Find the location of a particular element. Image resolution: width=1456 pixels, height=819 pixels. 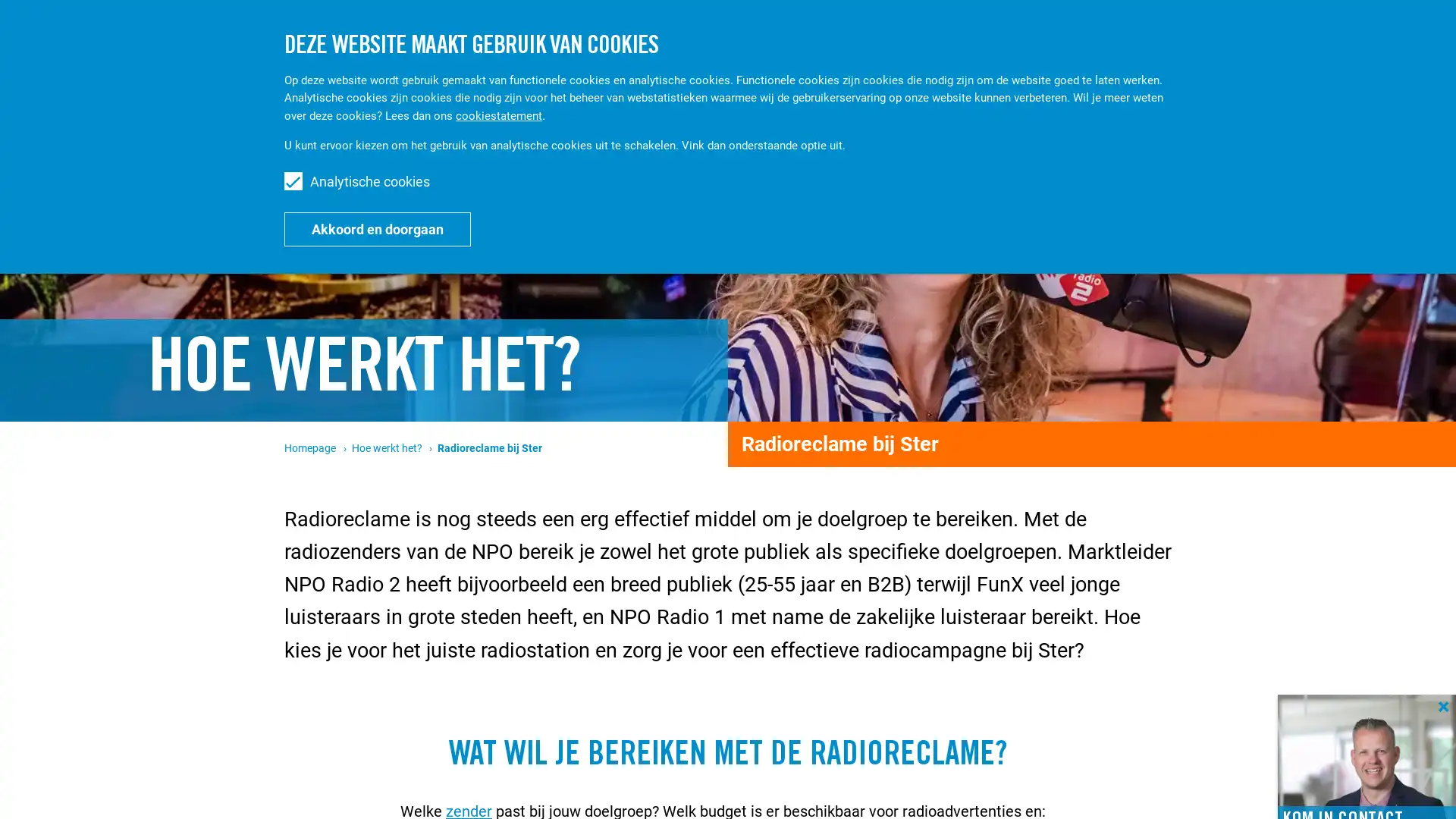

Akkoord en doorgaan is located at coordinates (378, 228).